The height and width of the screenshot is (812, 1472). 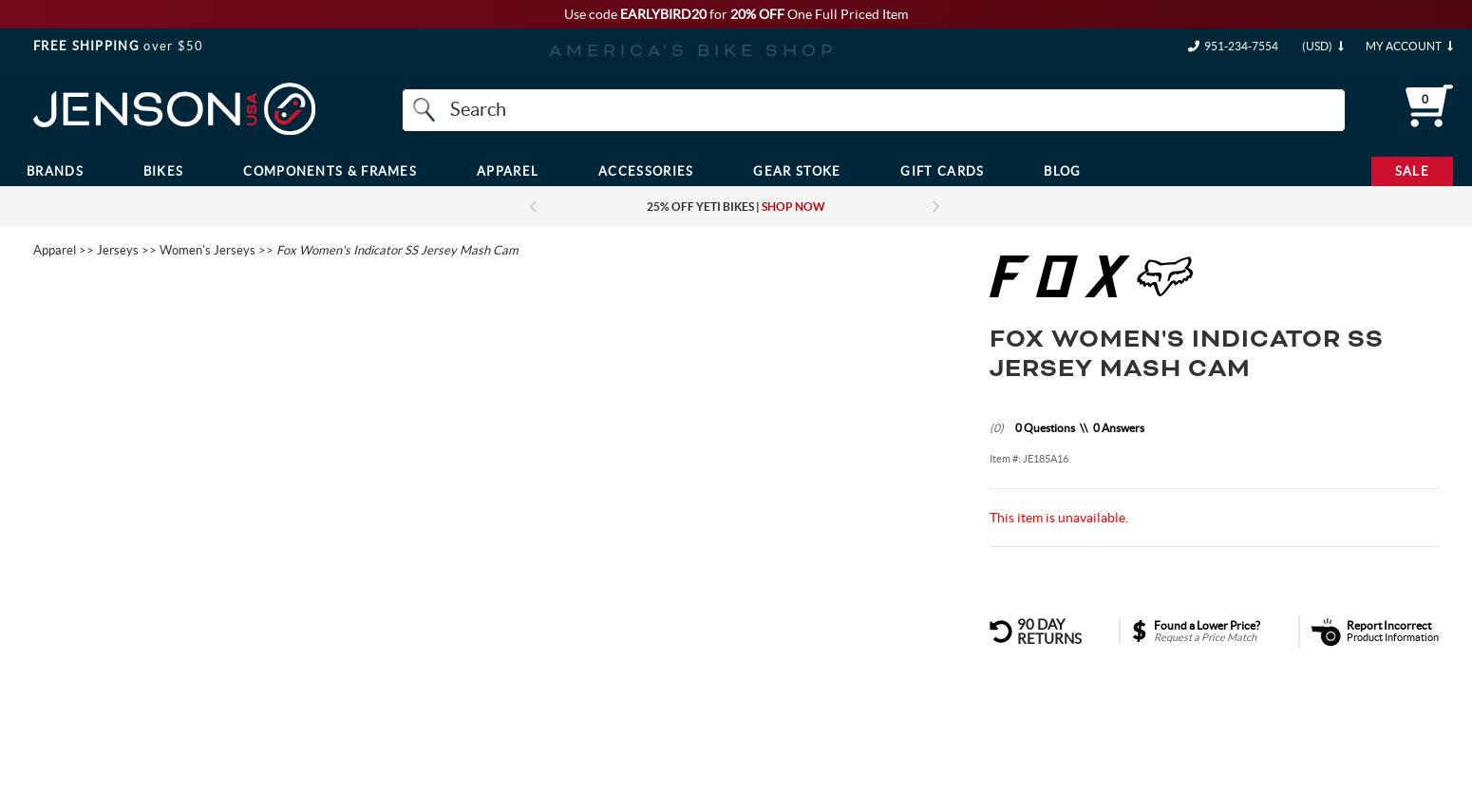 I want to click on 'Components & Frames', so click(x=329, y=169).